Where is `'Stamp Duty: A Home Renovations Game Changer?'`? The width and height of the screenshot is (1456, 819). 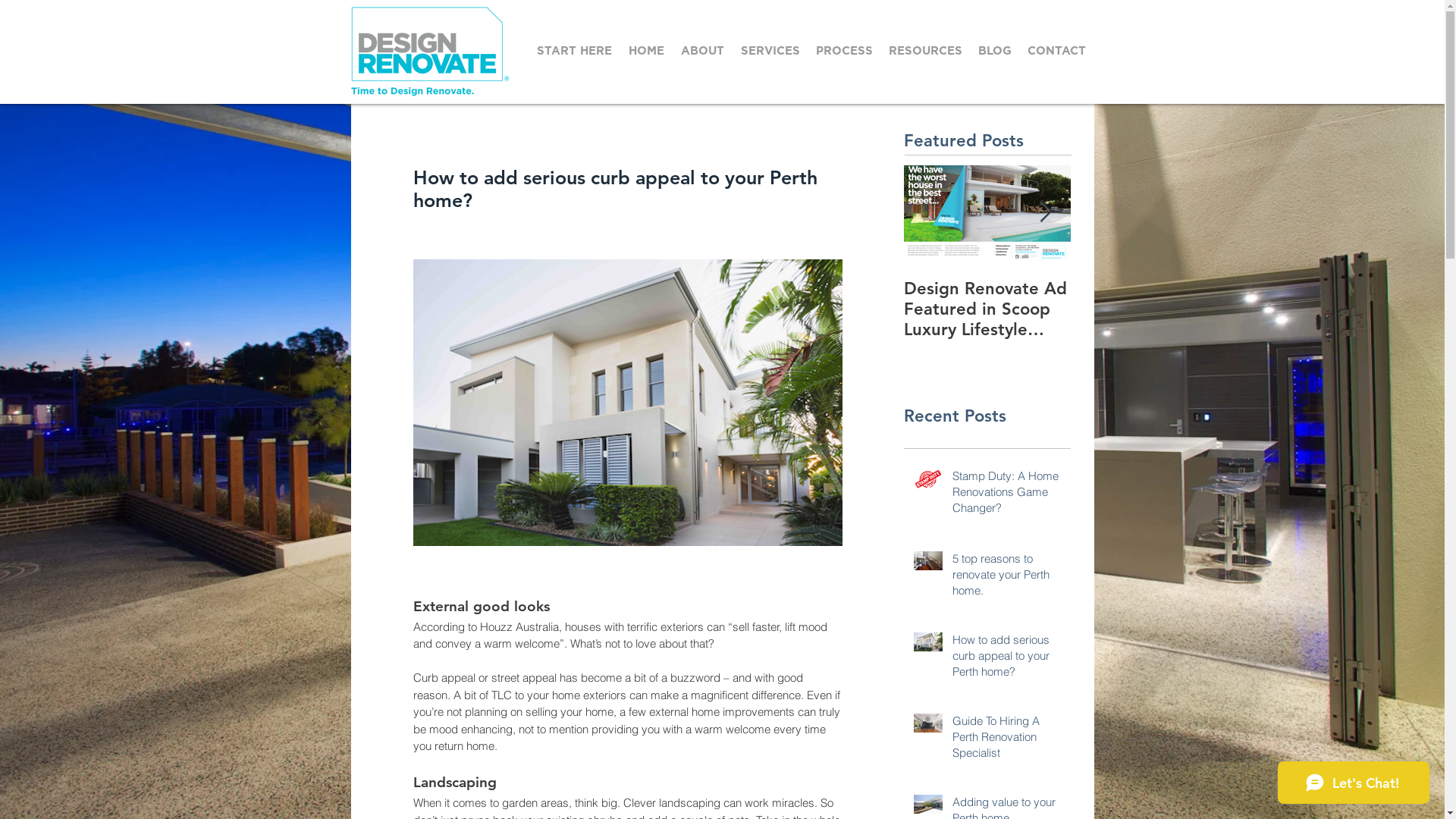 'Stamp Duty: A Home Renovations Game Changer?' is located at coordinates (1007, 494).